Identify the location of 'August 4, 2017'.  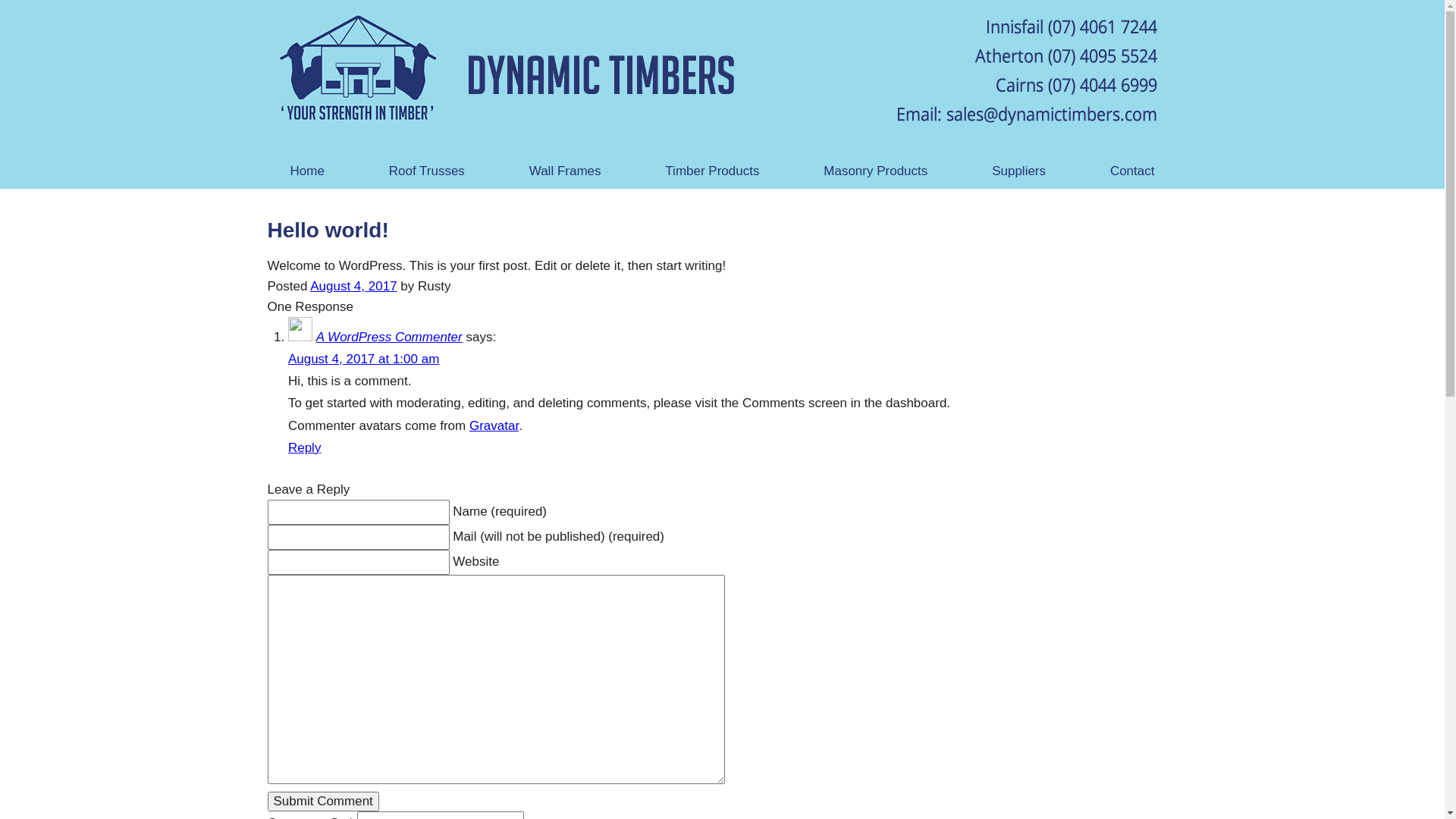
(352, 286).